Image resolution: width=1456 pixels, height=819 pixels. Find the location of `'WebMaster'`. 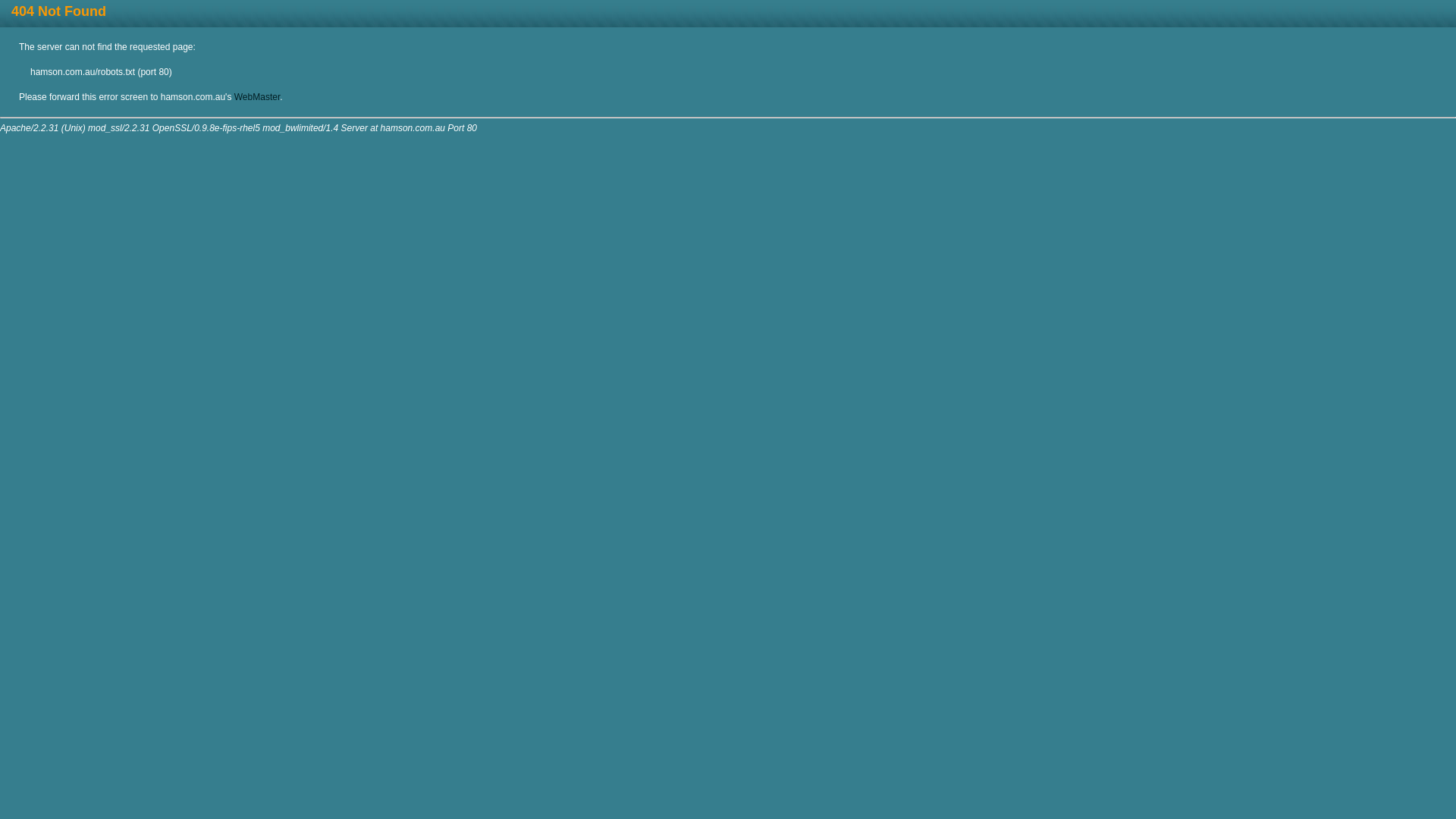

'WebMaster' is located at coordinates (257, 96).